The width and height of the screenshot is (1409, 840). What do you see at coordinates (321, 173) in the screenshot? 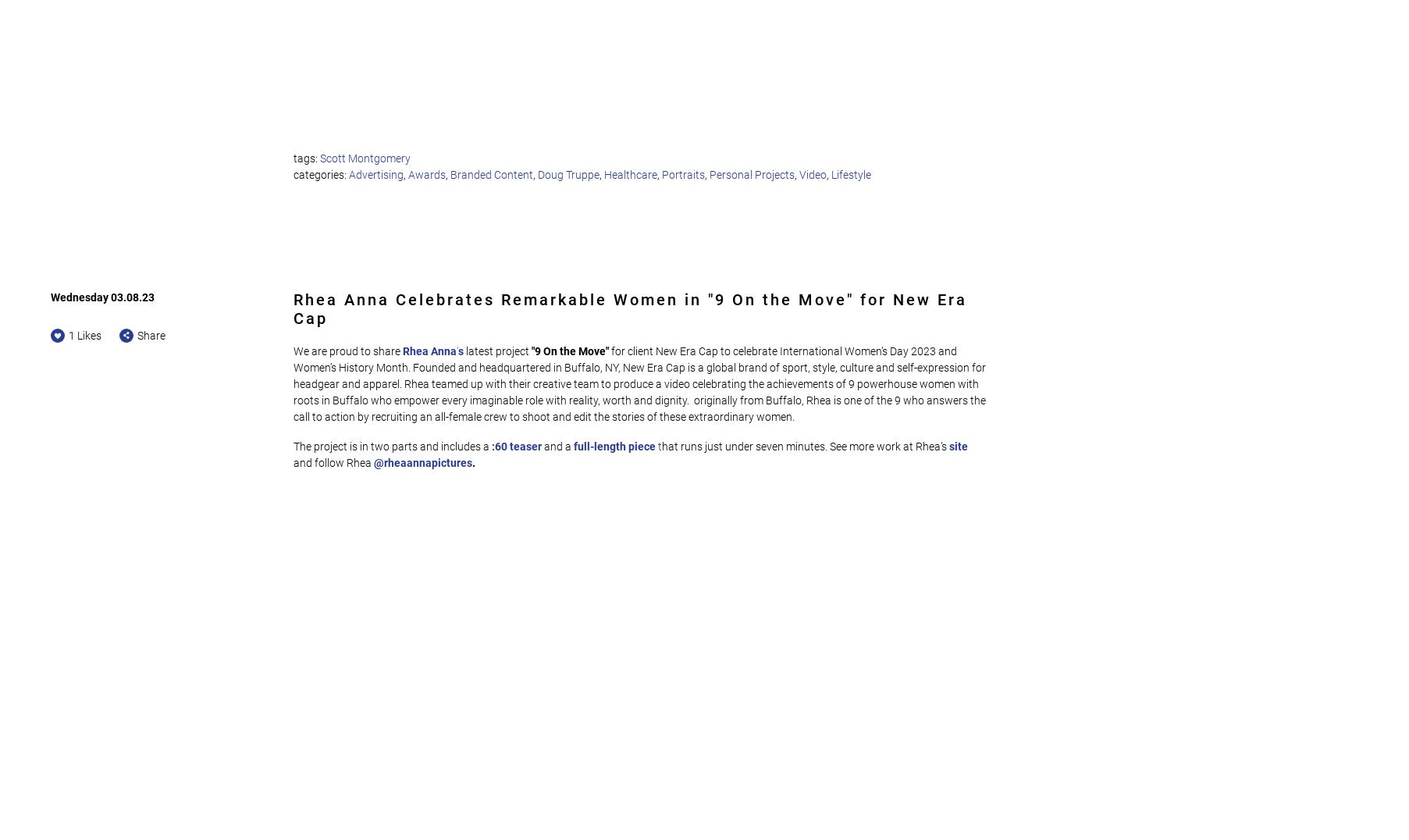
I see `'categories:'` at bounding box center [321, 173].